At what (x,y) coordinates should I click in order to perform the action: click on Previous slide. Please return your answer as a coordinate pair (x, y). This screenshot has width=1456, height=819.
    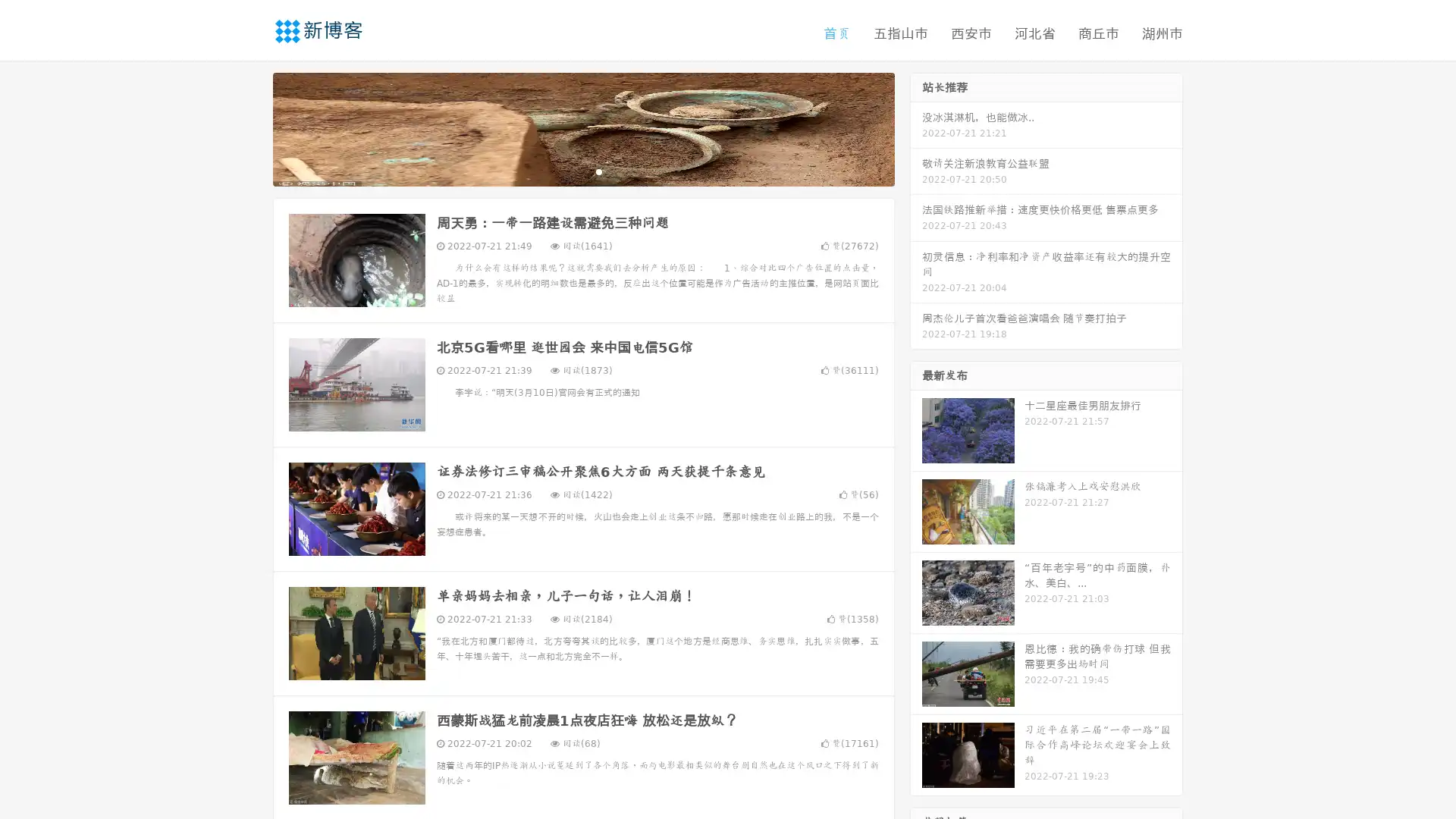
    Looking at the image, I should click on (250, 127).